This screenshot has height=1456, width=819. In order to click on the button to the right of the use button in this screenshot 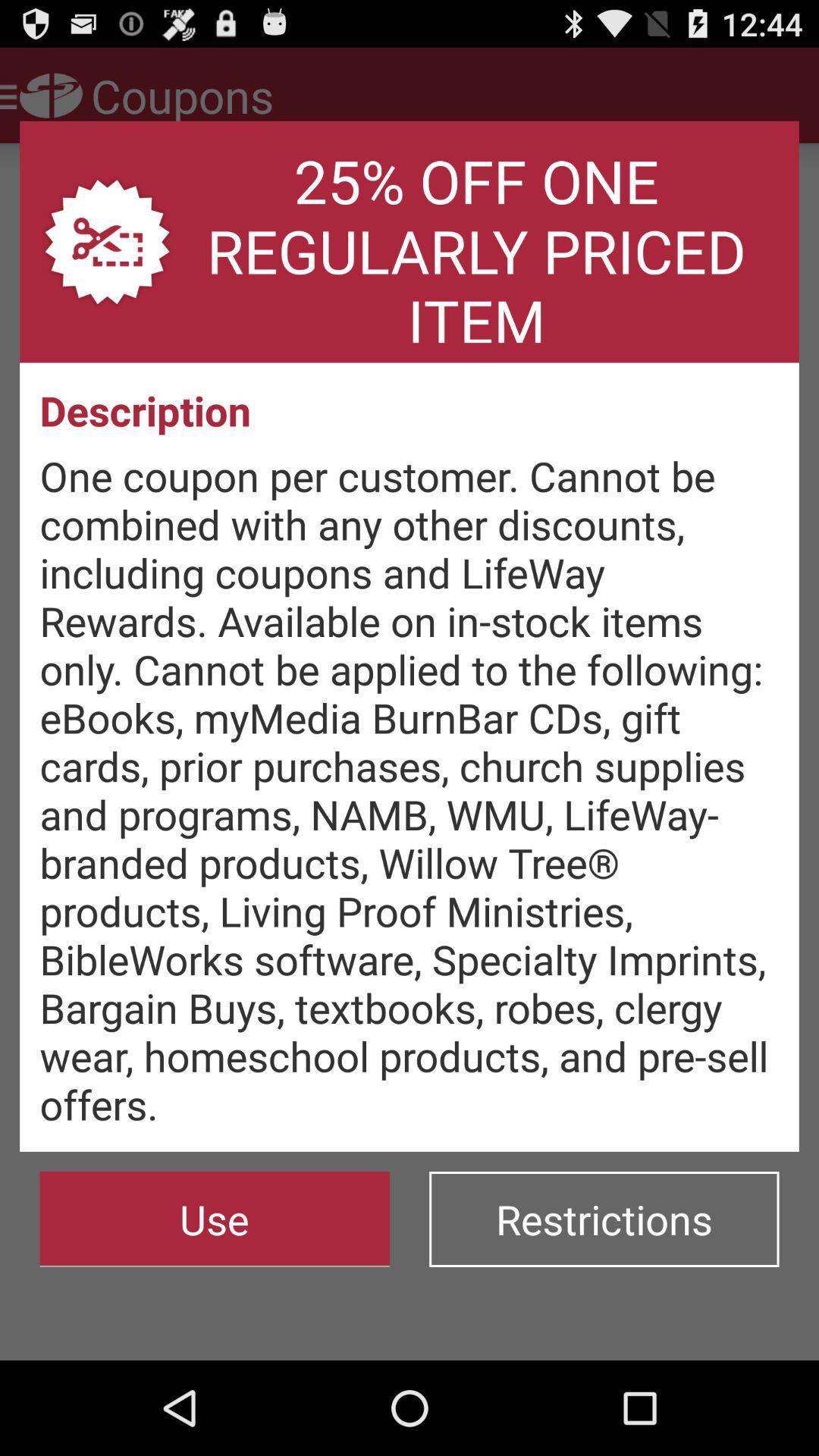, I will do `click(603, 1219)`.